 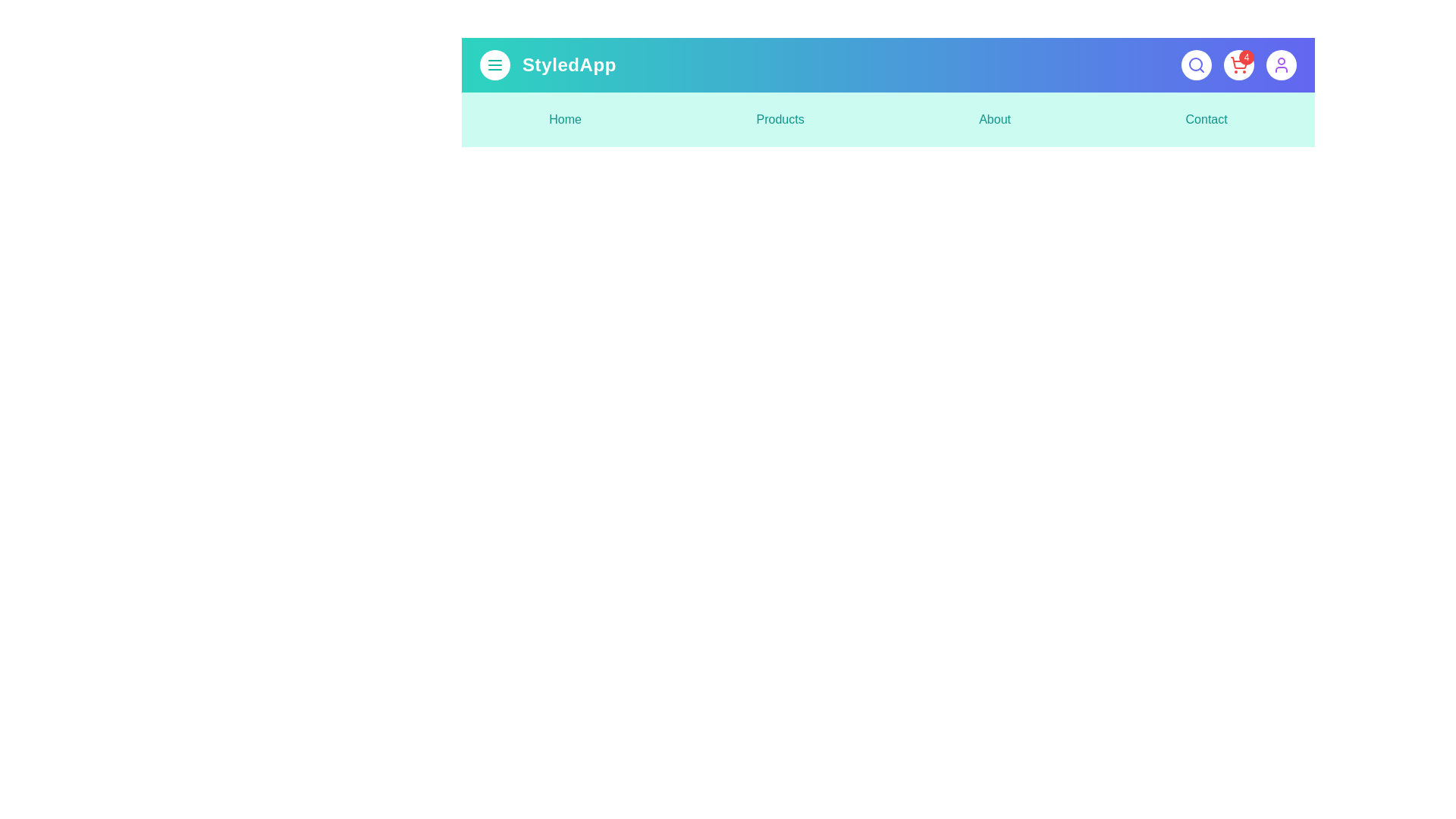 I want to click on the user icon to access user profile options, so click(x=1280, y=64).